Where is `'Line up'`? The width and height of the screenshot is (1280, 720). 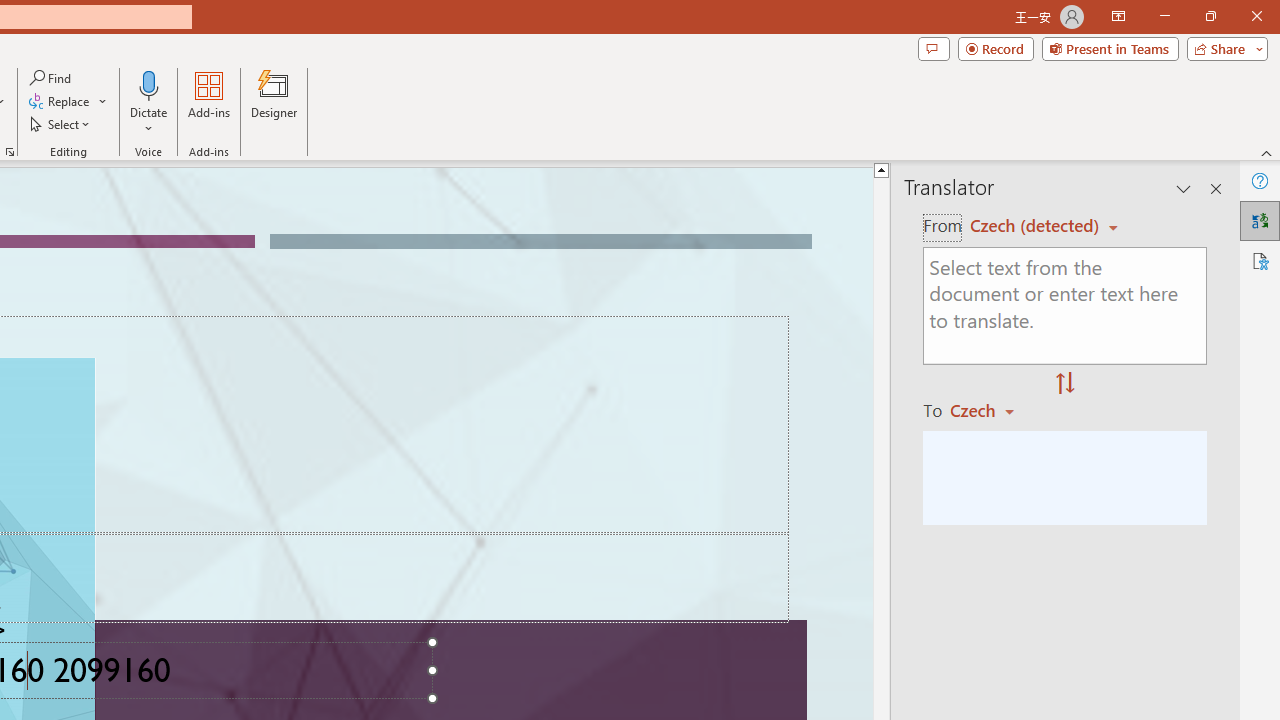 'Line up' is located at coordinates (880, 168).